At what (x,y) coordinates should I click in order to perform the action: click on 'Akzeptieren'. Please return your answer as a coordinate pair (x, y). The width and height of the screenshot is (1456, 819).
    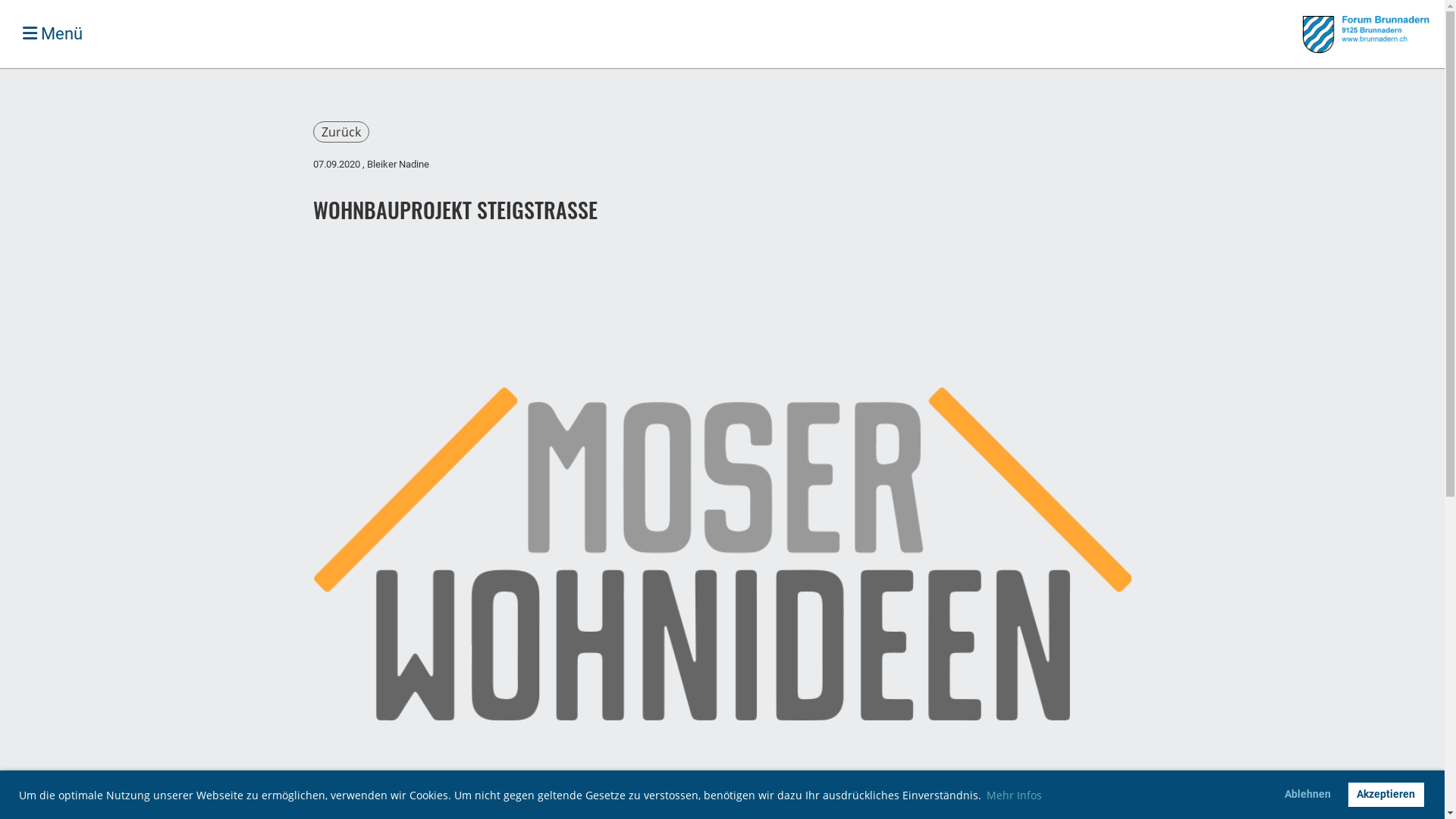
    Looking at the image, I should click on (1386, 794).